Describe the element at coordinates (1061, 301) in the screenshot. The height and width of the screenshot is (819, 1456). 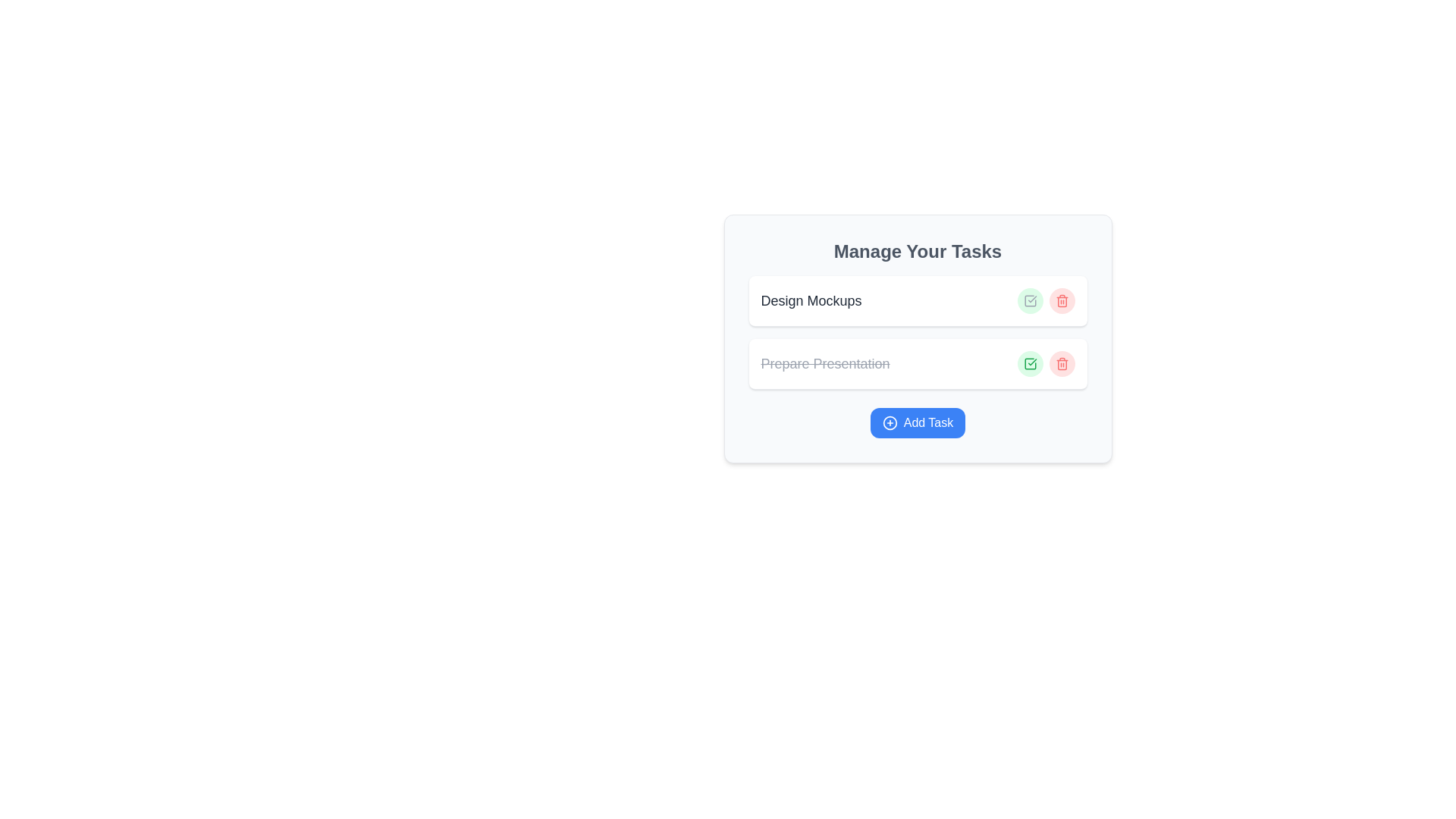
I see `the delete icon button for the 'Design Mockups' task` at that location.